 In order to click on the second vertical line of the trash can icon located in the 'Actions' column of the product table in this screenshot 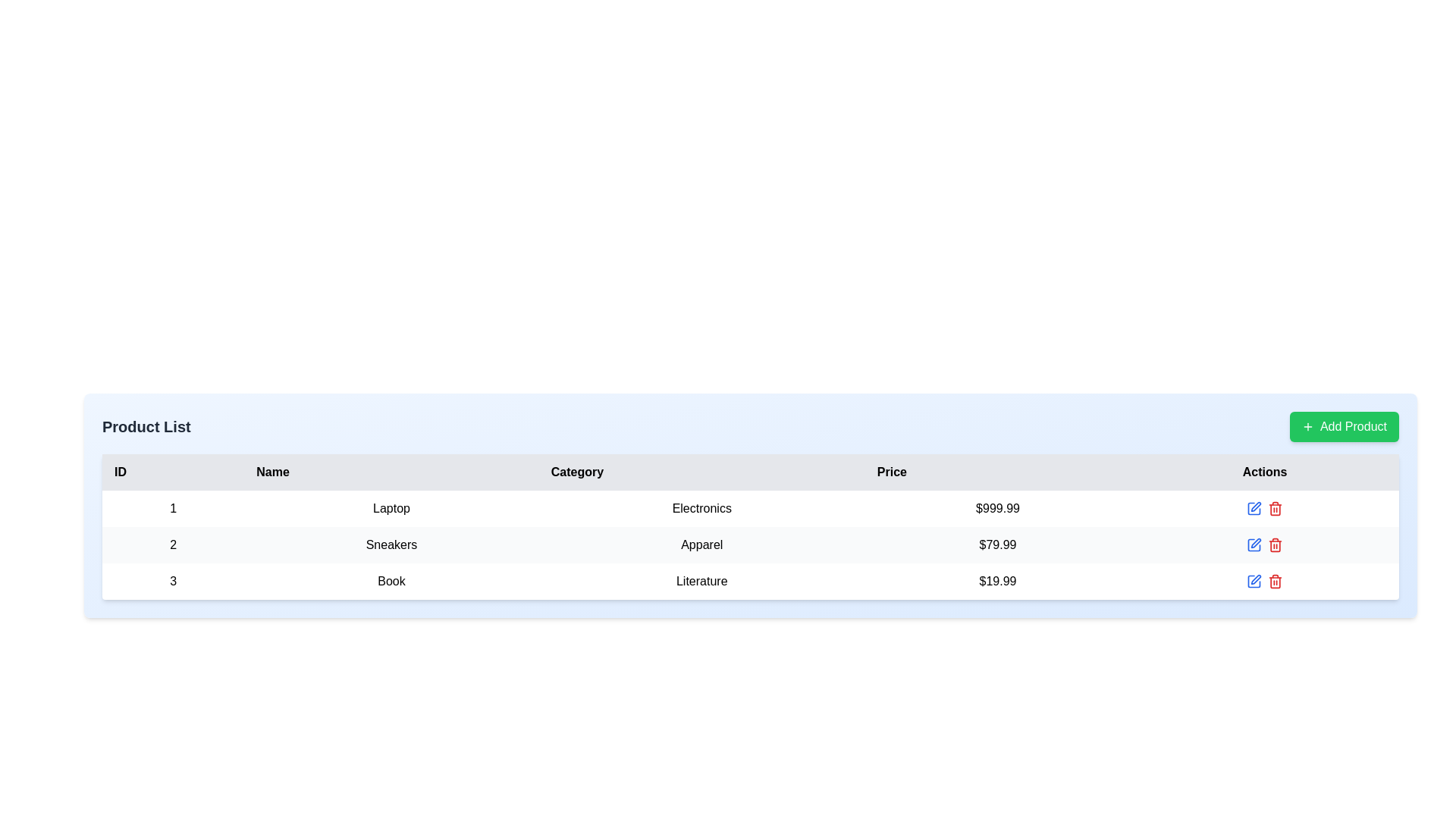, I will do `click(1275, 582)`.